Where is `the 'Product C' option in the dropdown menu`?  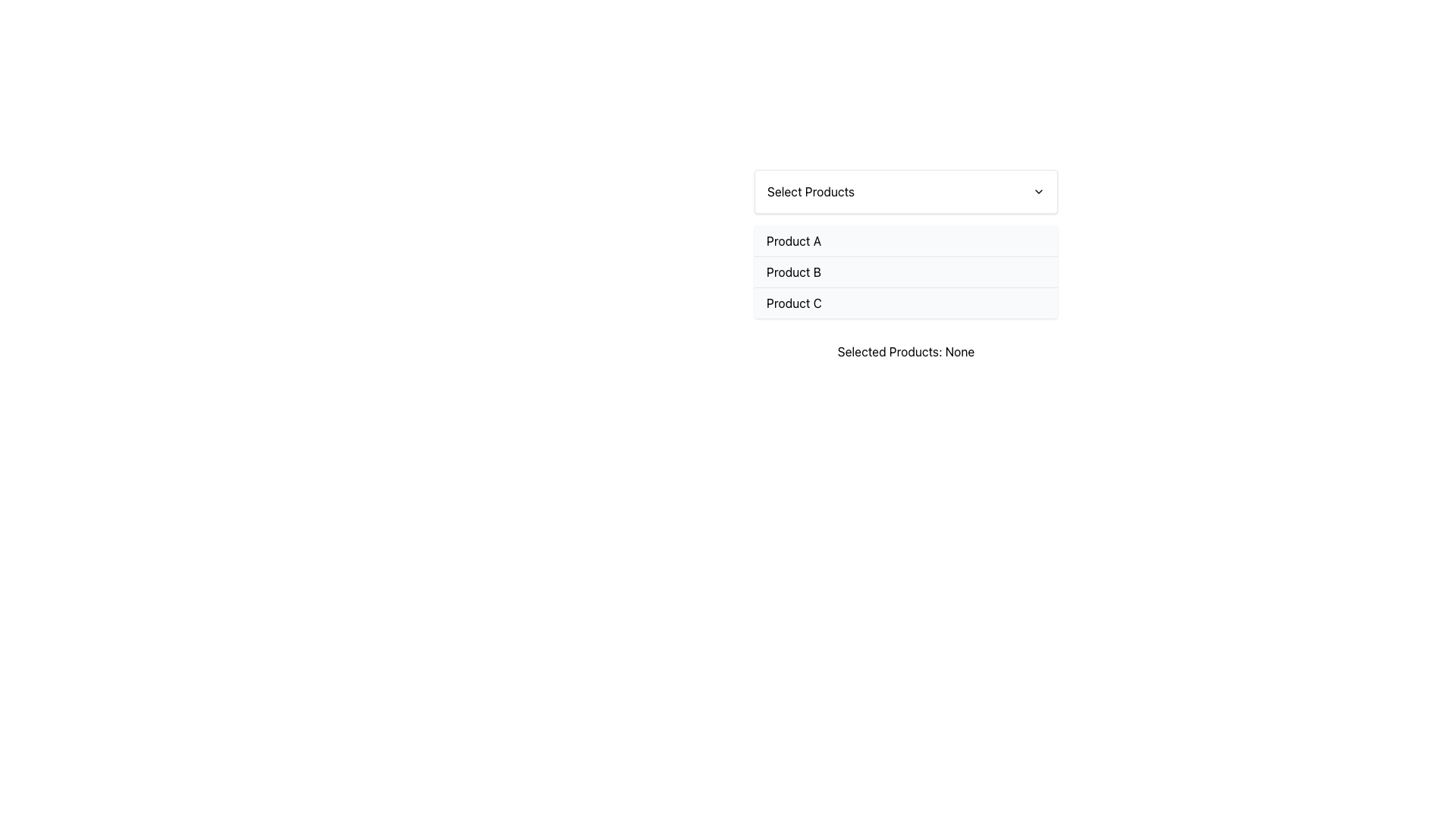
the 'Product C' option in the dropdown menu is located at coordinates (906, 302).